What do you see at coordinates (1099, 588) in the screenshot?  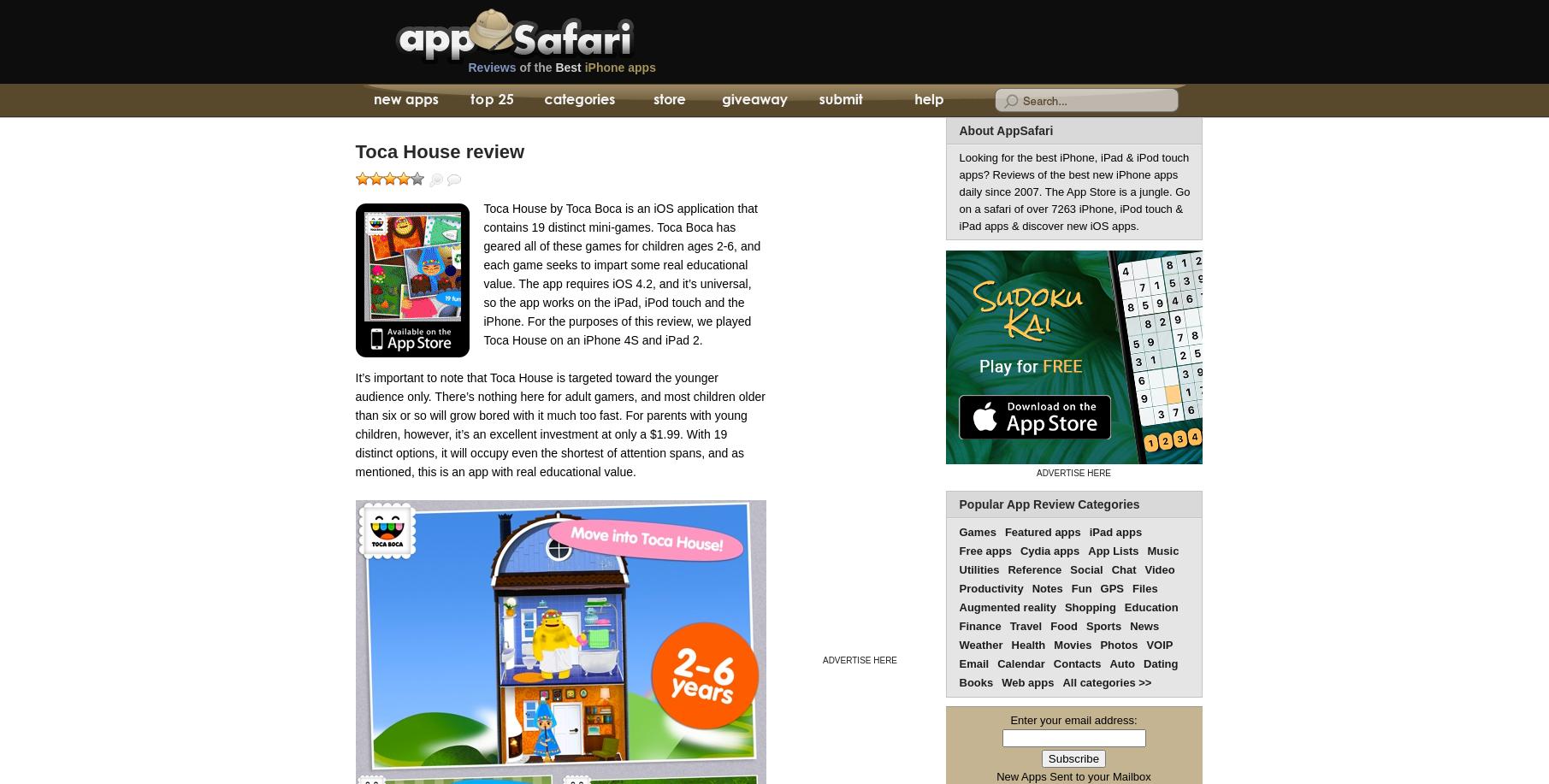 I see `'GPS'` at bounding box center [1099, 588].